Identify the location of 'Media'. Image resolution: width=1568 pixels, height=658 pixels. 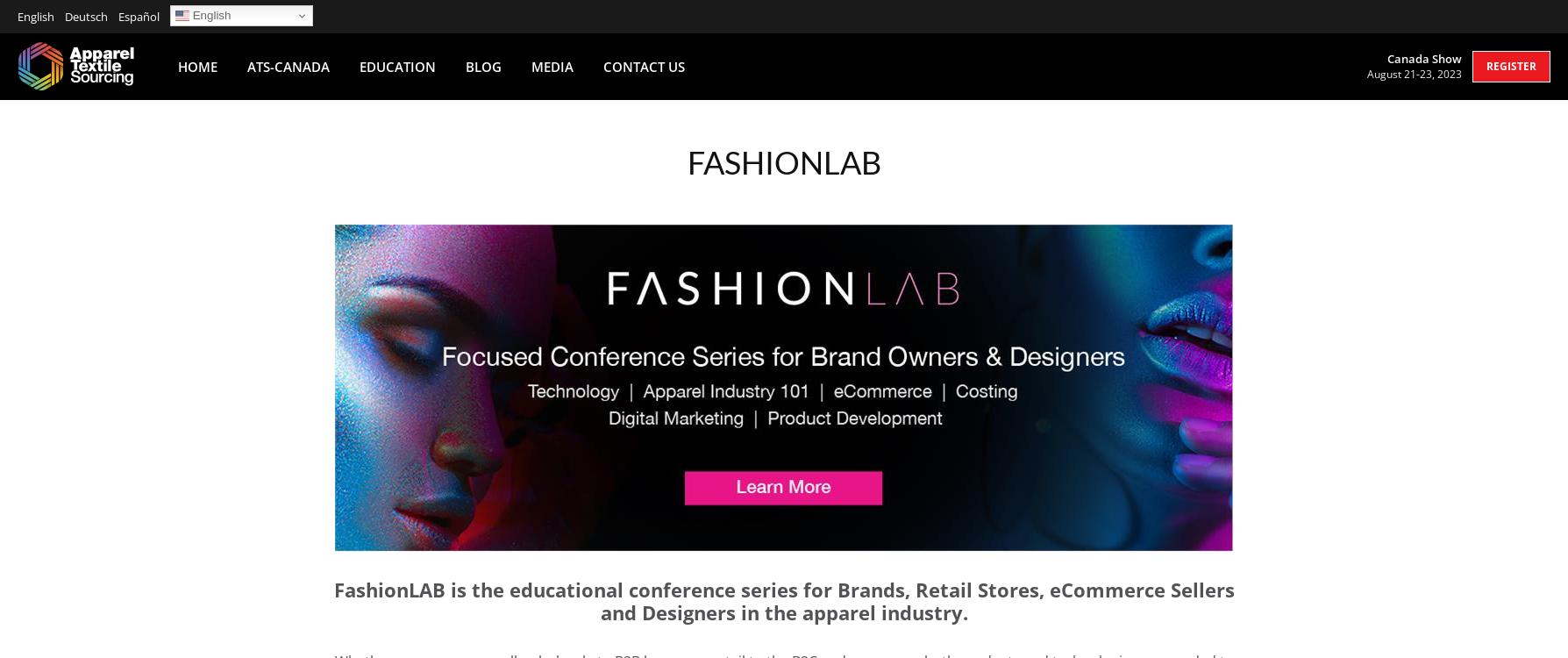
(552, 65).